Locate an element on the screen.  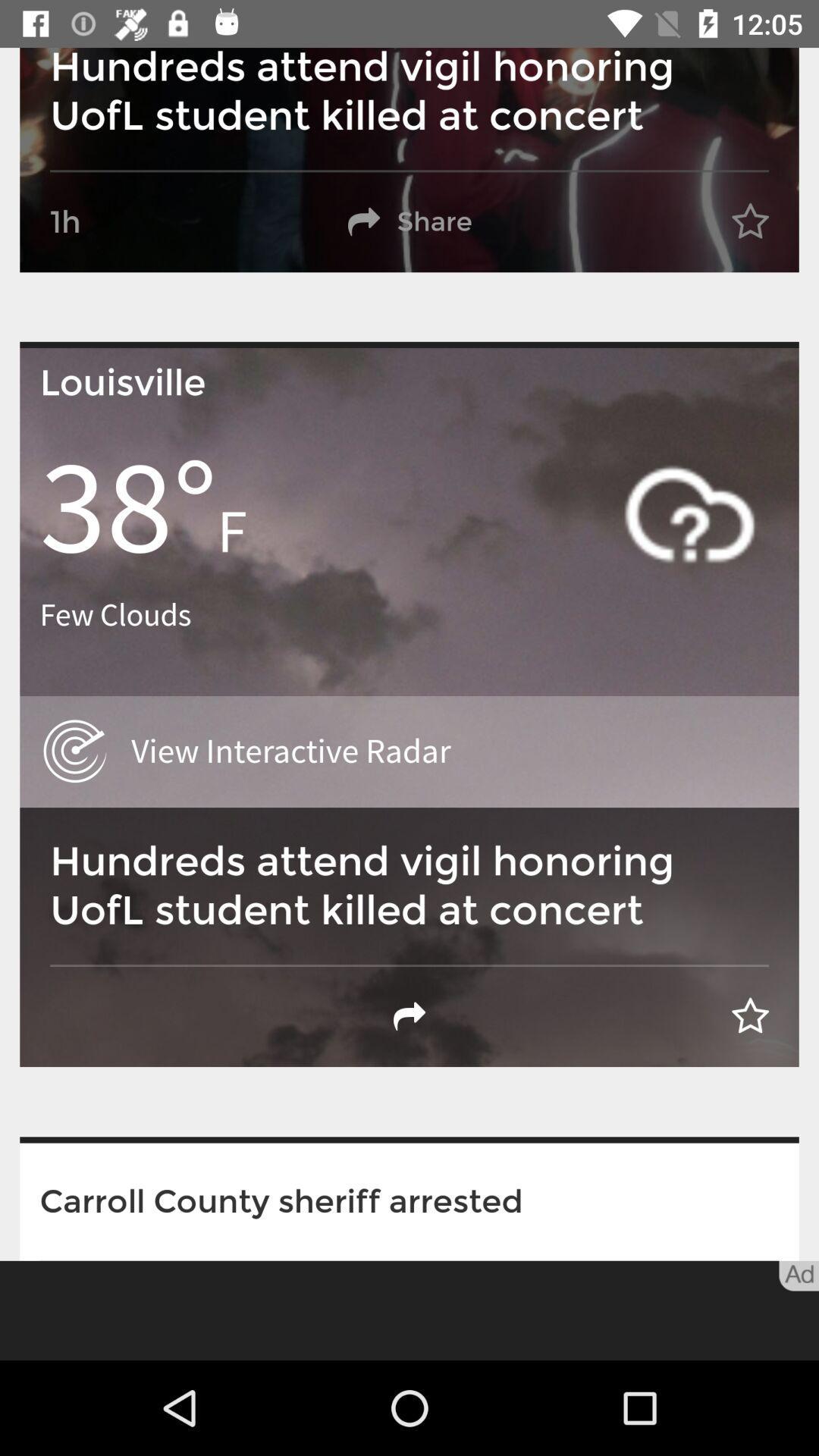
the star icon shown right to share is located at coordinates (751, 221).